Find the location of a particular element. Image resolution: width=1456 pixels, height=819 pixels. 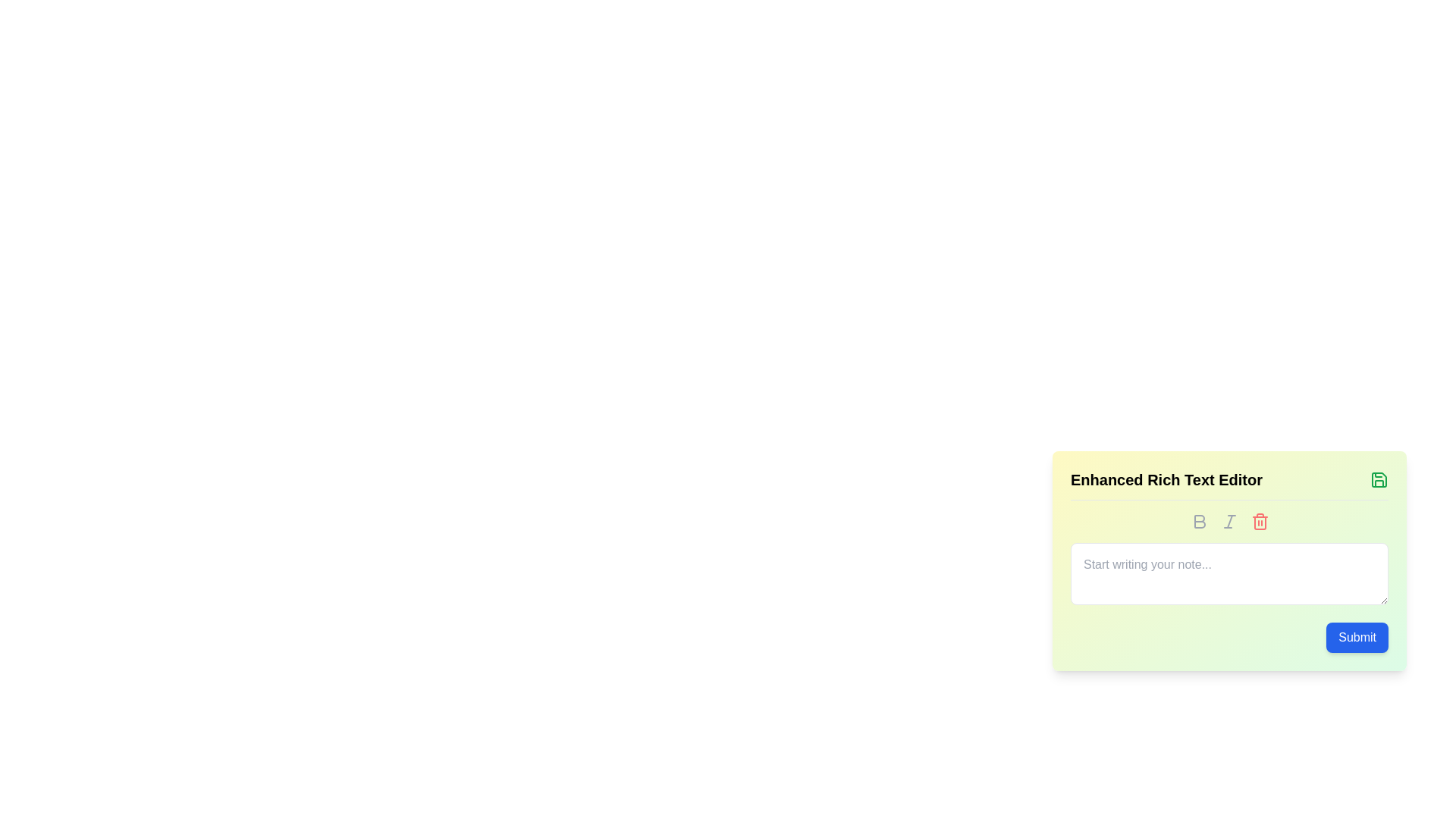

the green save icon shaped like a floppy disk located at the top-right of the enhanced text editor is located at coordinates (1379, 479).